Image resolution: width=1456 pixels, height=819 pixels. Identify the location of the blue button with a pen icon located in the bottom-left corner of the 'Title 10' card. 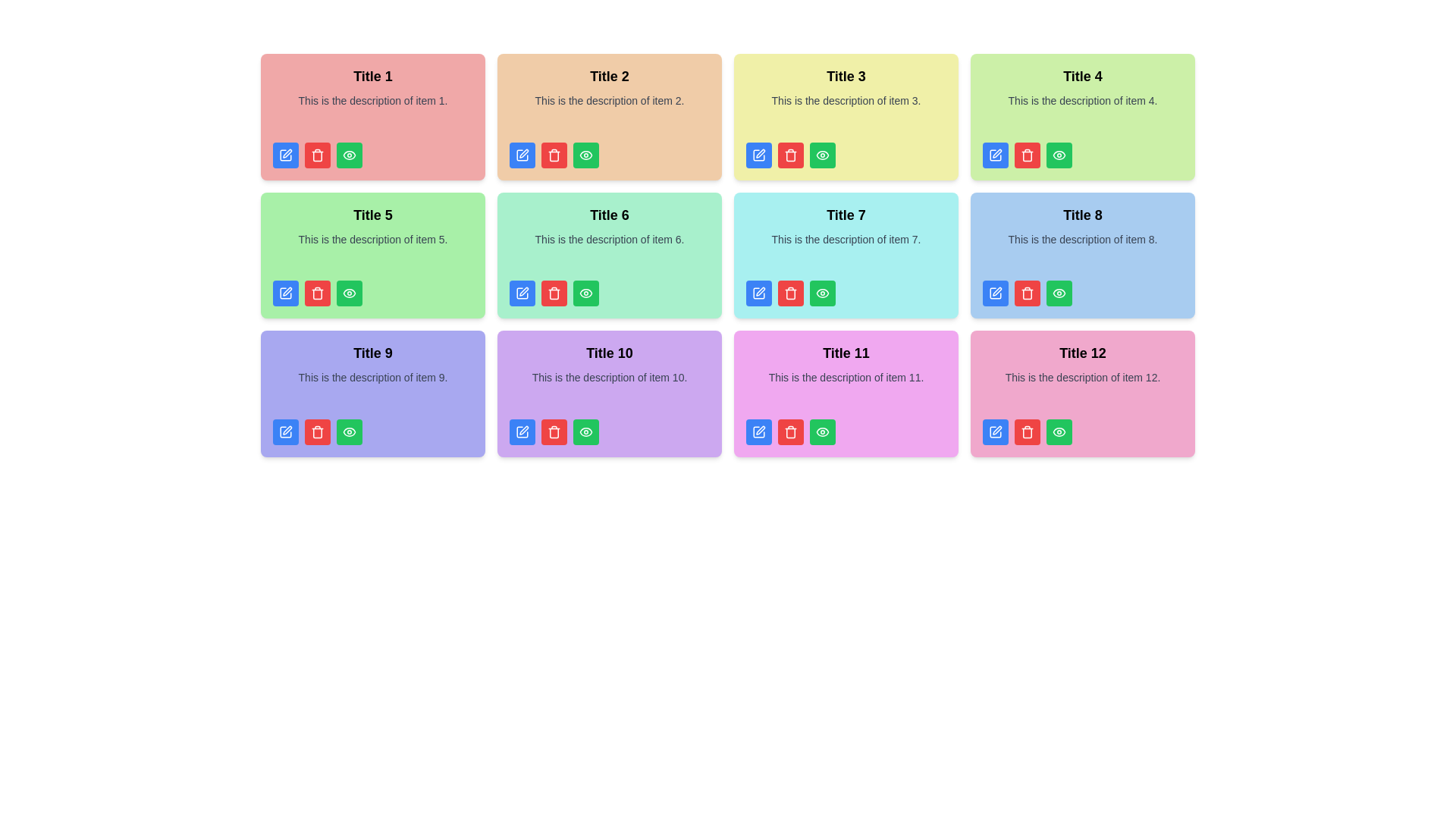
(522, 431).